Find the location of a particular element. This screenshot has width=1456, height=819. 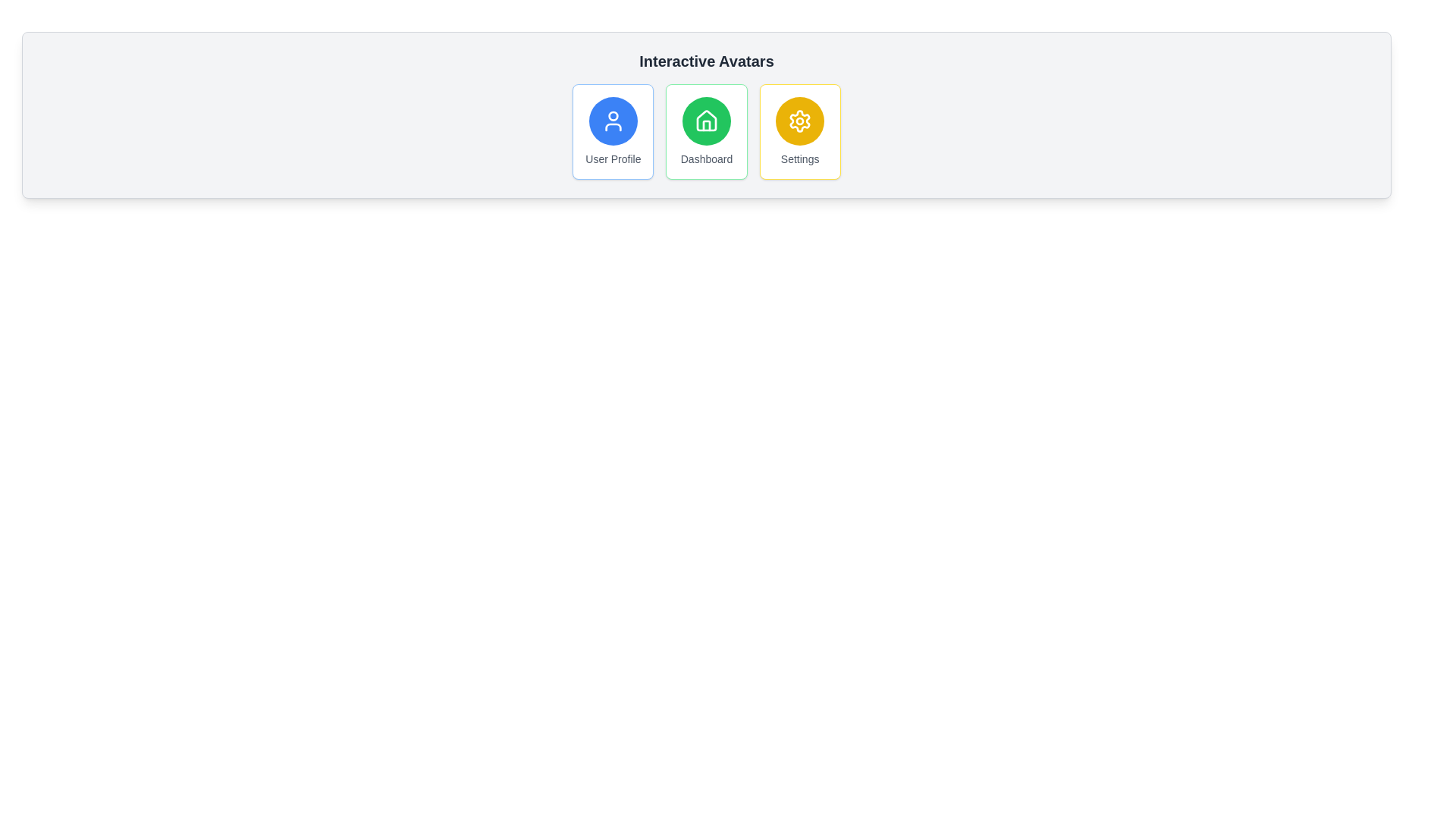

the circular green icon featuring a white house illustration, positioned centrally between 'User Profile' and 'Settings' is located at coordinates (705, 120).